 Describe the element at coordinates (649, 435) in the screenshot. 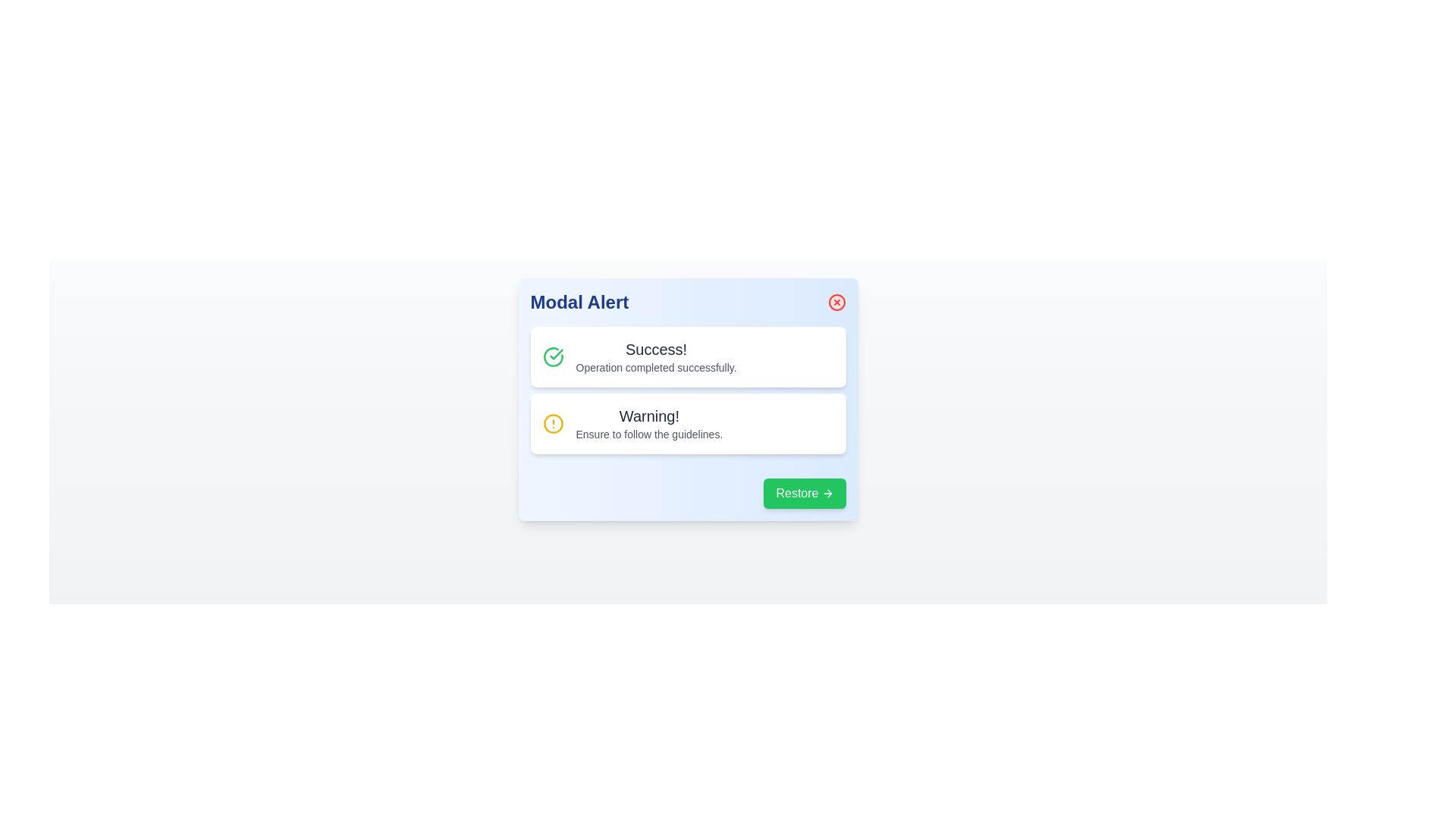

I see `the text label located near the bottom-left of the modal, which is the second line of text in the warning section following the 'Warning!' text` at that location.